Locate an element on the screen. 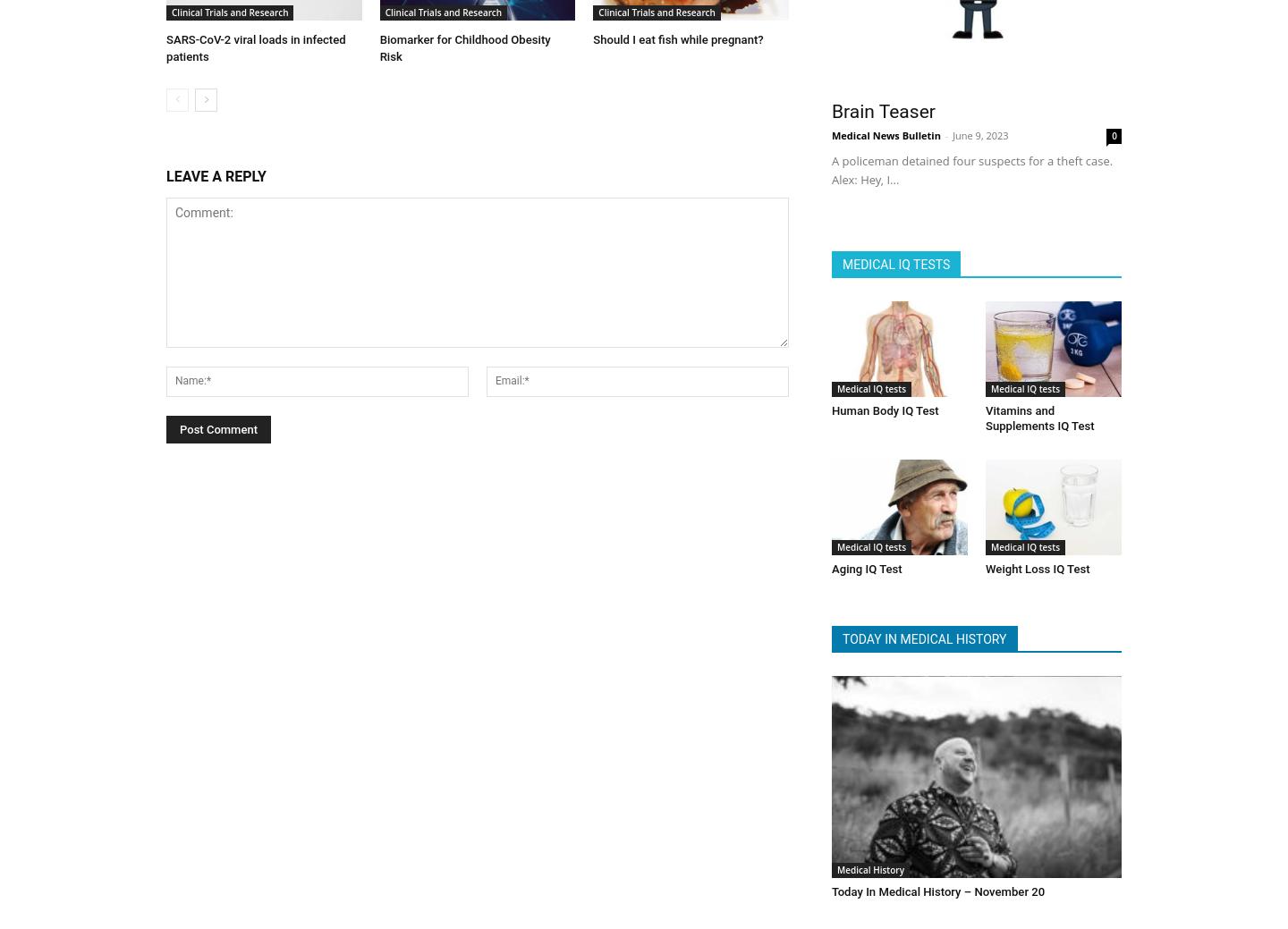  '0' is located at coordinates (1113, 131).